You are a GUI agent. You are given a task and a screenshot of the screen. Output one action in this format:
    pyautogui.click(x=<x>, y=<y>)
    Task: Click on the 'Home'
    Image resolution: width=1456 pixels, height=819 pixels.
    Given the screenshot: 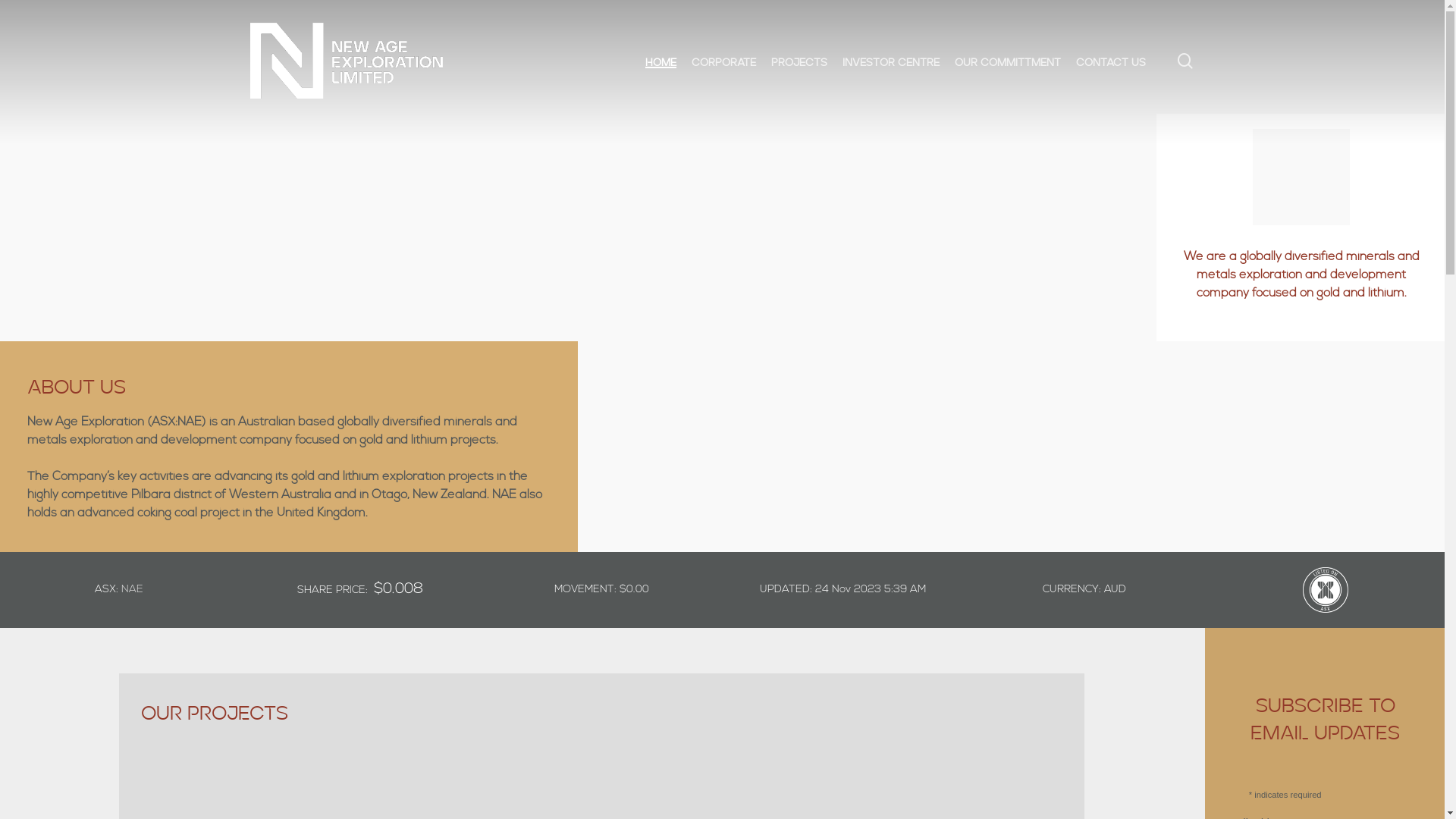 What is the action you would take?
    pyautogui.click(x=645, y=60)
    